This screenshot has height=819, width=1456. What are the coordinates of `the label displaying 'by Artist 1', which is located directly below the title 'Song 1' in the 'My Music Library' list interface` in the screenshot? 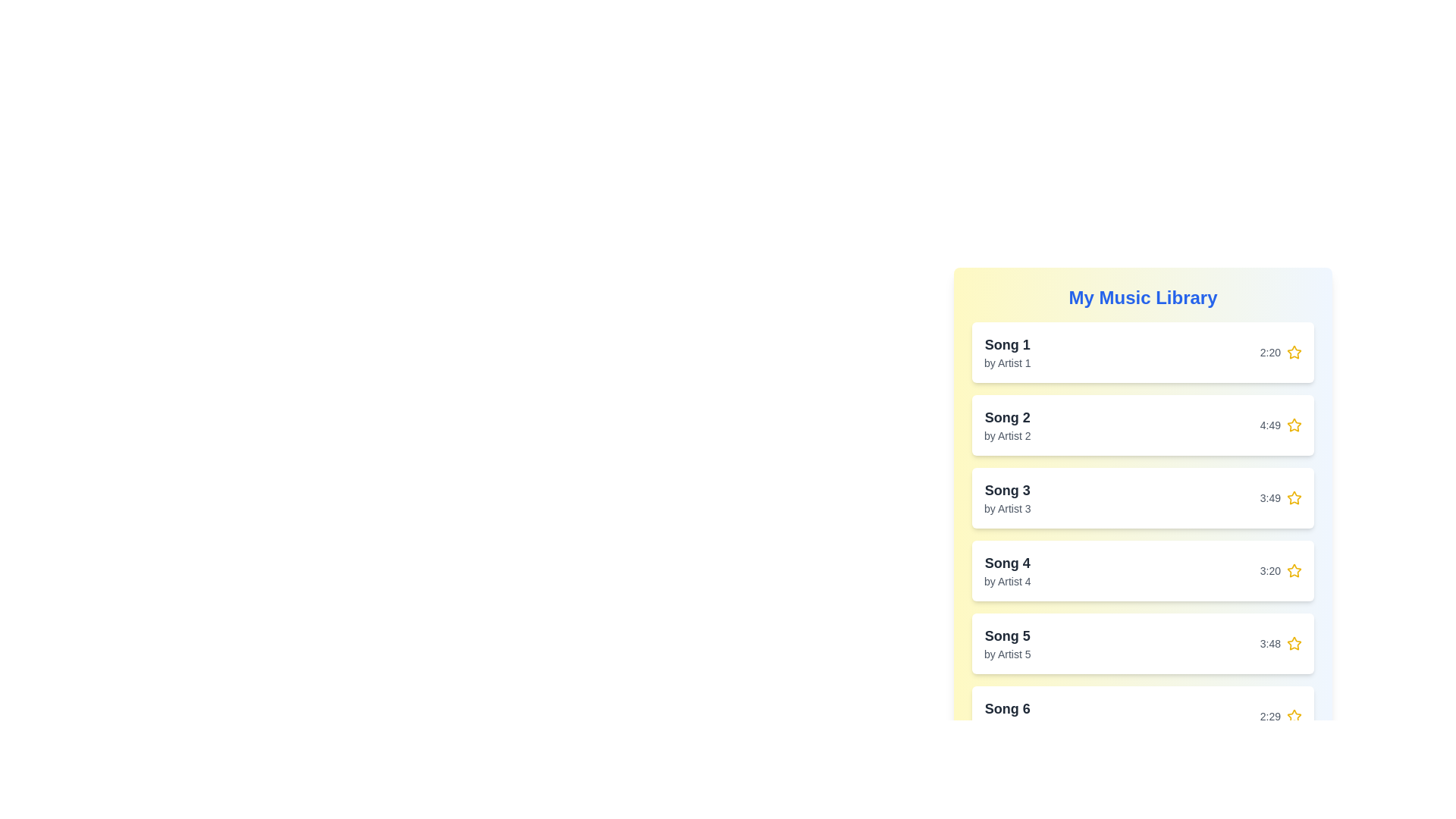 It's located at (1007, 362).